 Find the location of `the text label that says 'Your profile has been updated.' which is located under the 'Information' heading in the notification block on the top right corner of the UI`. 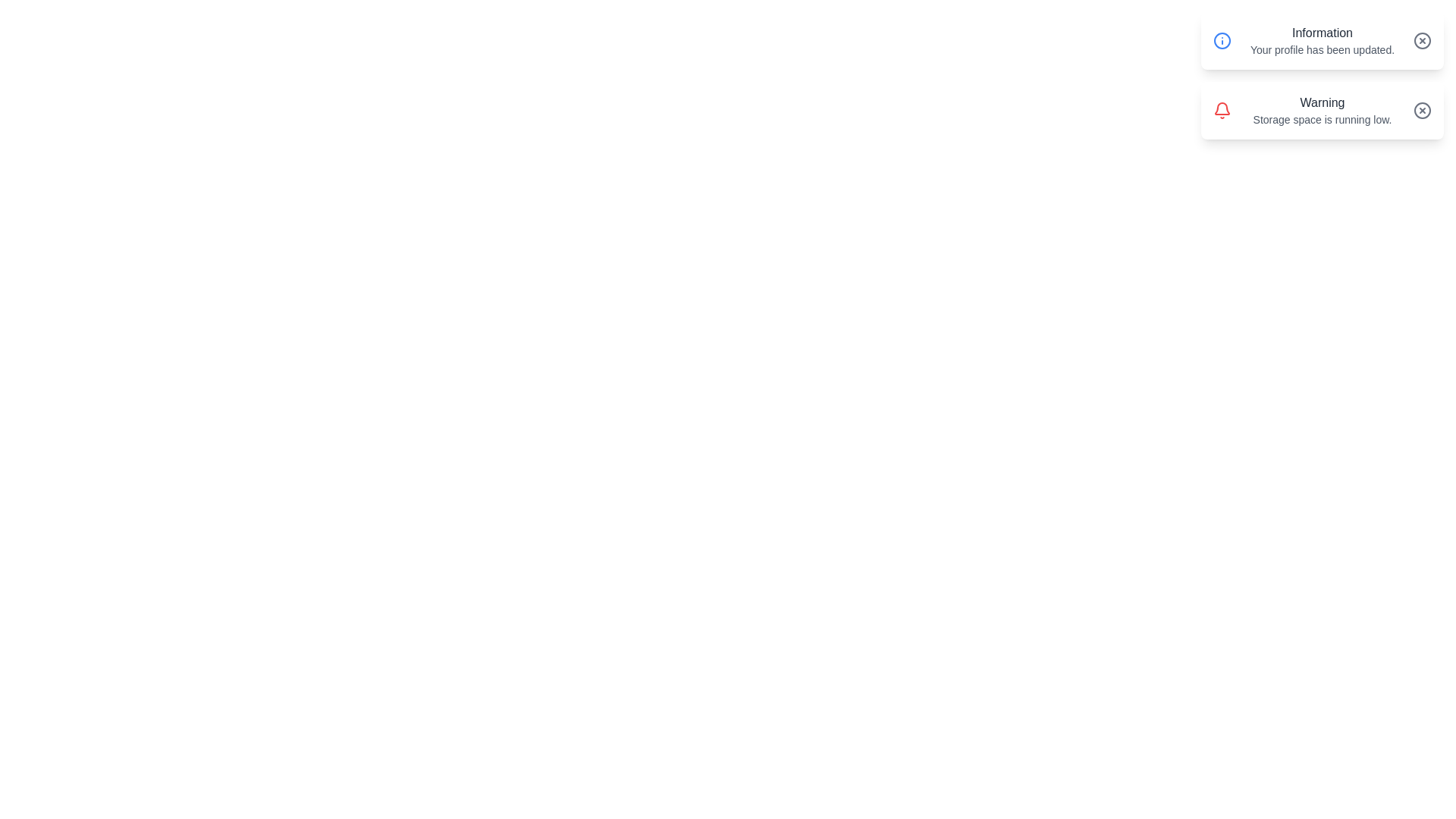

the text label that says 'Your profile has been updated.' which is located under the 'Information' heading in the notification block on the top right corner of the UI is located at coordinates (1321, 49).